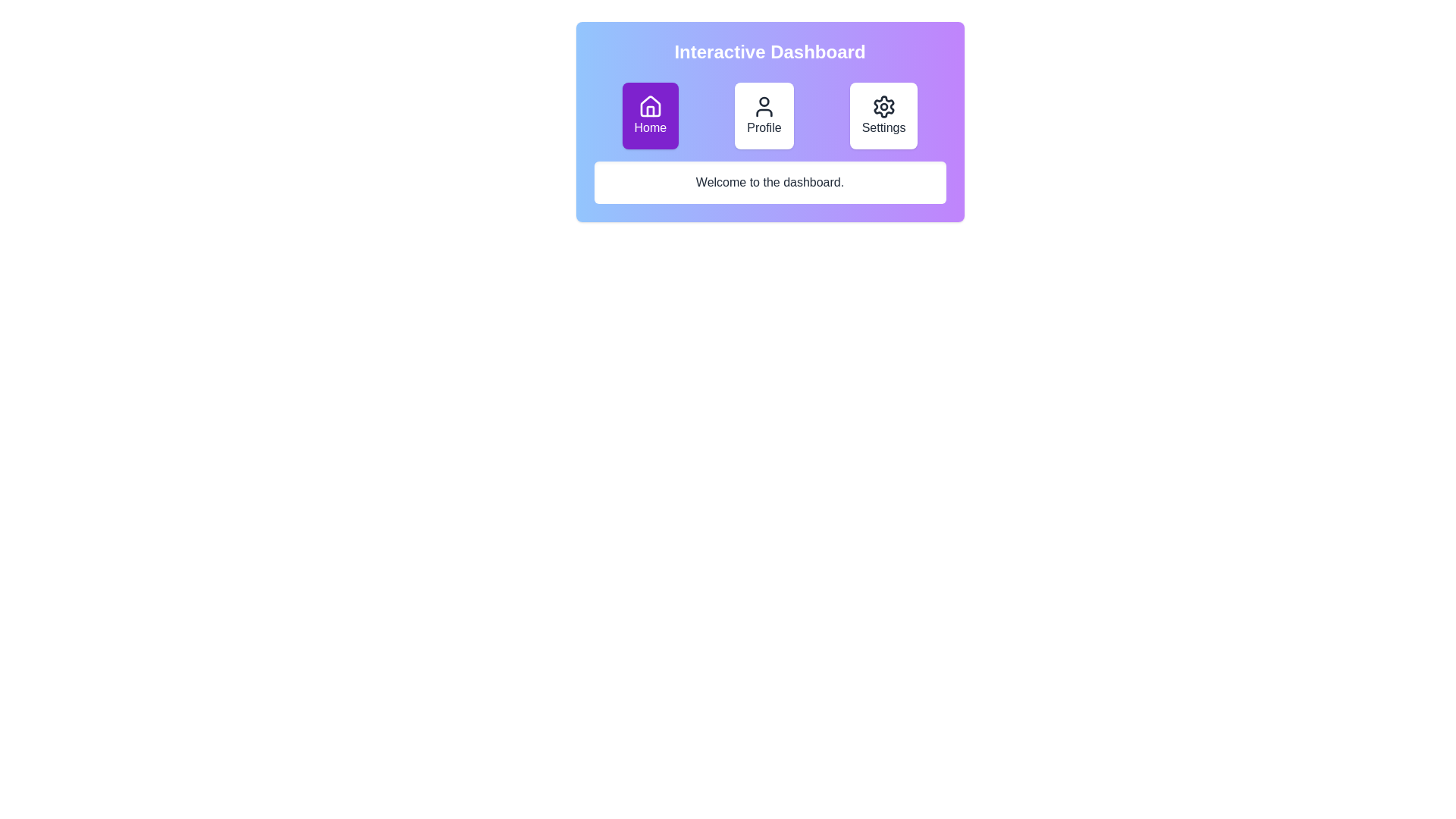 This screenshot has width=1456, height=819. I want to click on the Home button to observe its hover effect, so click(650, 115).